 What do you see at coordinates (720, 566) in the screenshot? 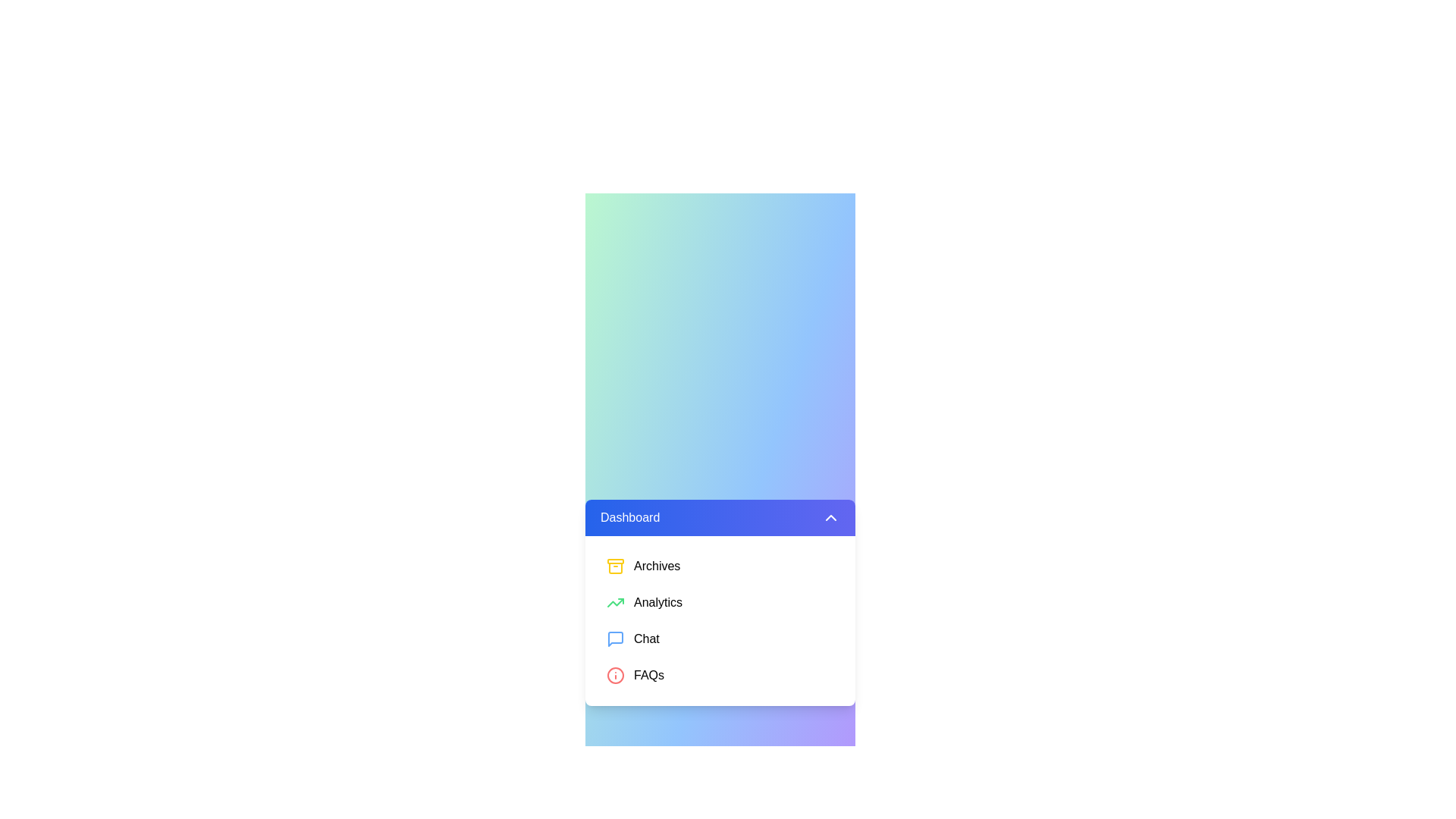
I see `the menu item Archives` at bounding box center [720, 566].